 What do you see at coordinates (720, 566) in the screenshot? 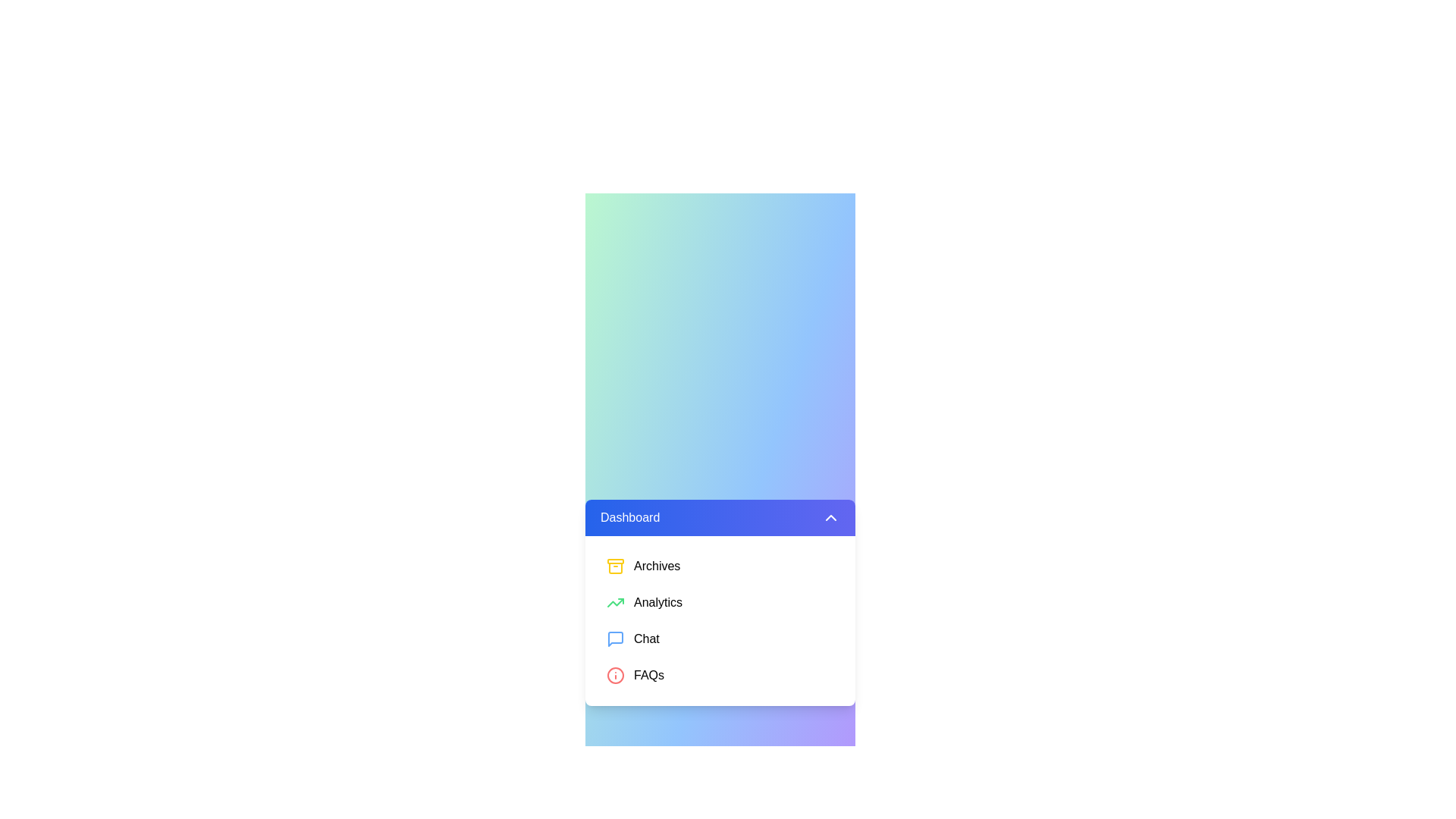
I see `the menu item Archives` at bounding box center [720, 566].